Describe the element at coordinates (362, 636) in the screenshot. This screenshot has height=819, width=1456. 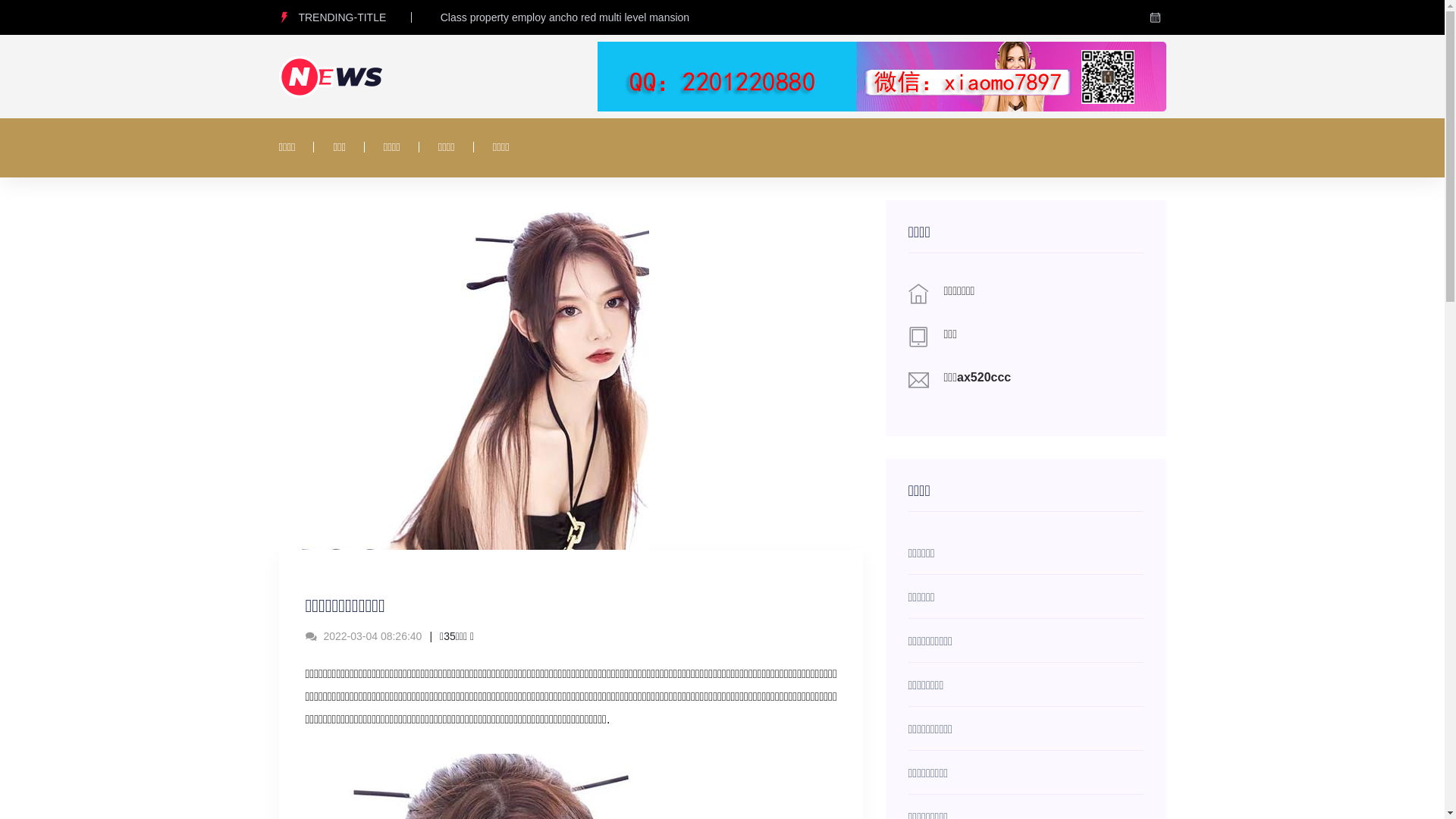
I see `'2022-03-04 08:26:40'` at that location.